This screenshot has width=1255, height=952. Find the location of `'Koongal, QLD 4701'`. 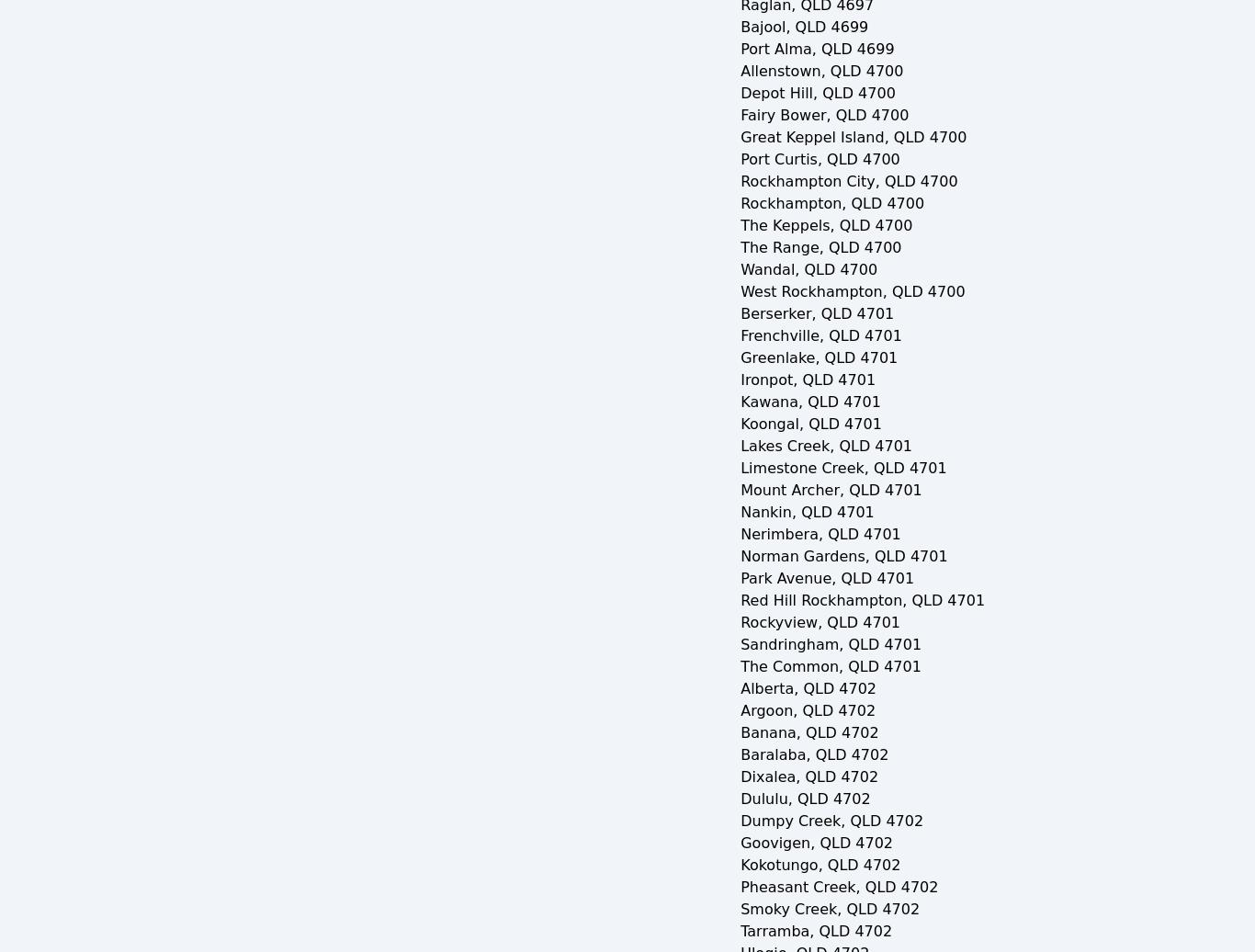

'Koongal, QLD 4701' is located at coordinates (739, 424).